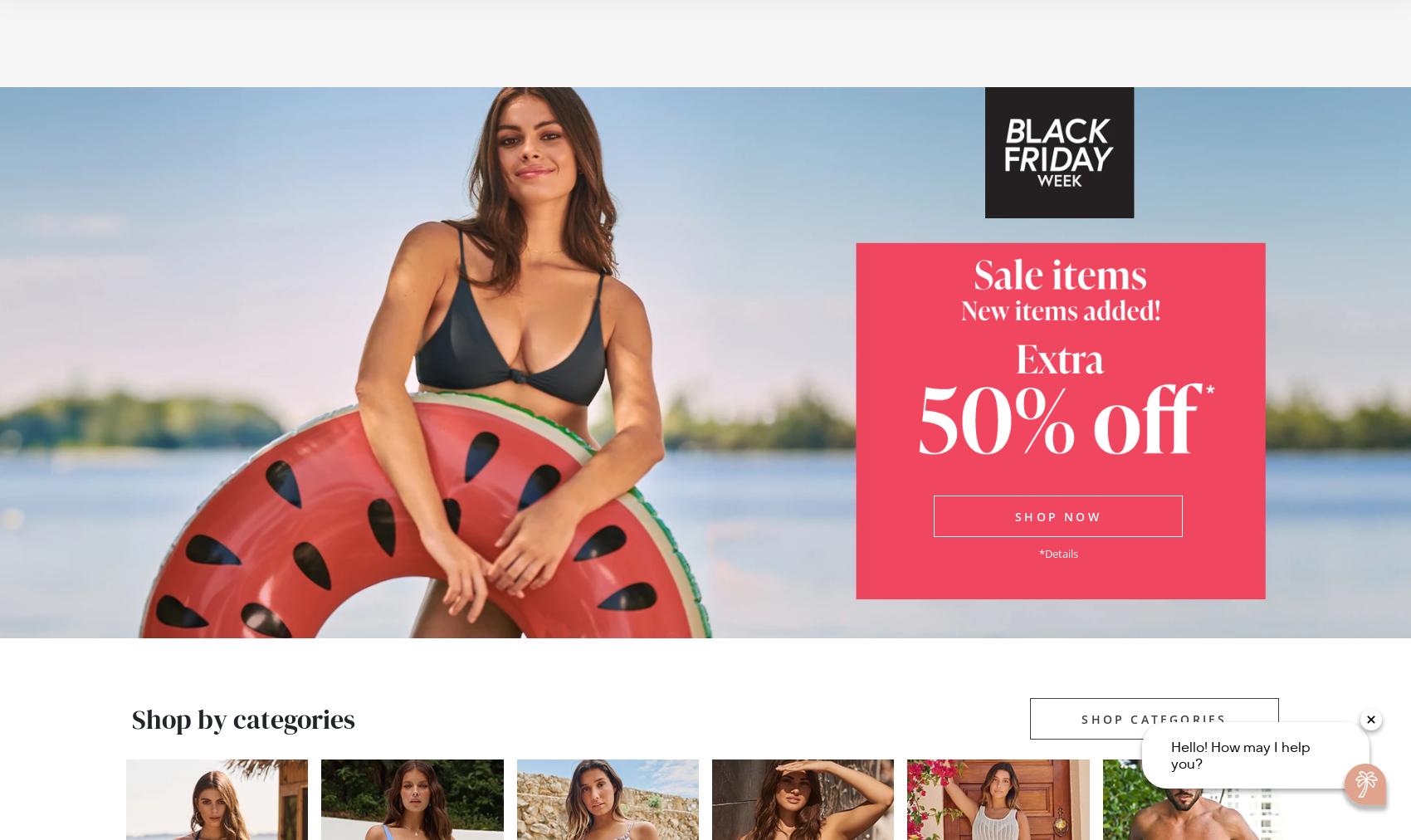 Image resolution: width=1411 pixels, height=840 pixels. Describe the element at coordinates (365, 61) in the screenshot. I see `'Men'` at that location.